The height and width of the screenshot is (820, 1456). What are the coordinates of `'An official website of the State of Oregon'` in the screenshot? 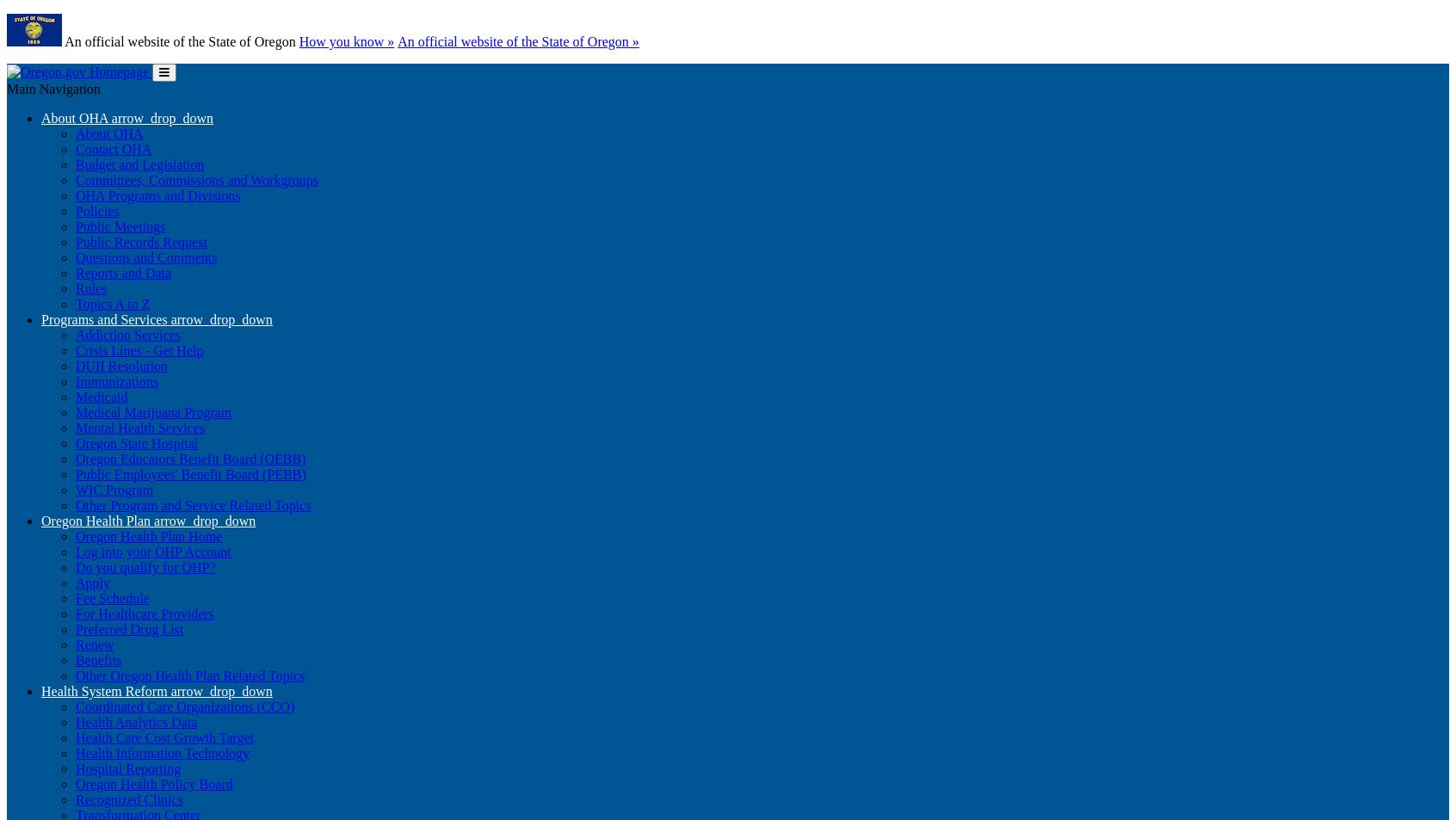 It's located at (180, 40).